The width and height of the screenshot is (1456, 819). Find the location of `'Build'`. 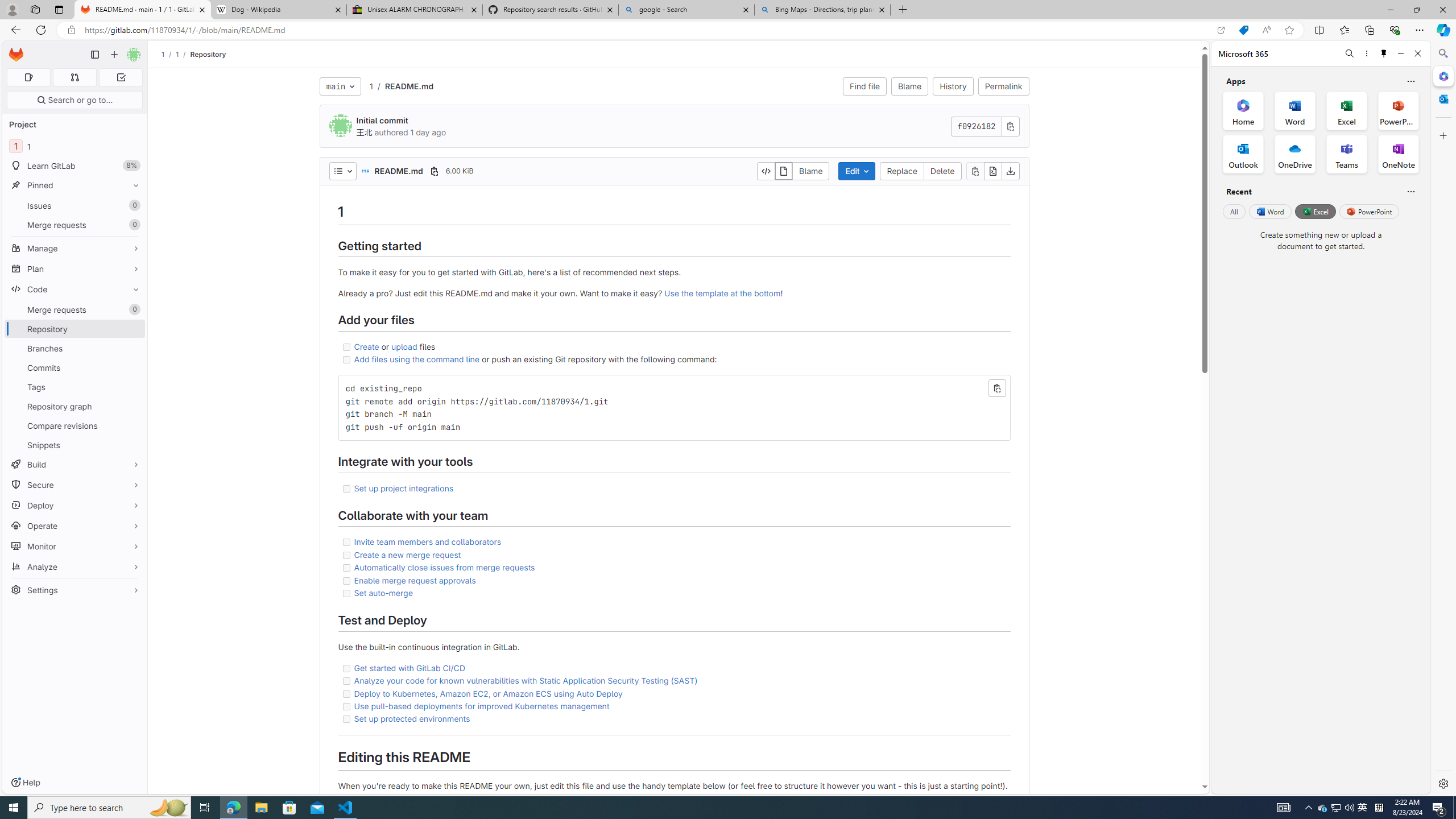

'Build' is located at coordinates (74, 464).